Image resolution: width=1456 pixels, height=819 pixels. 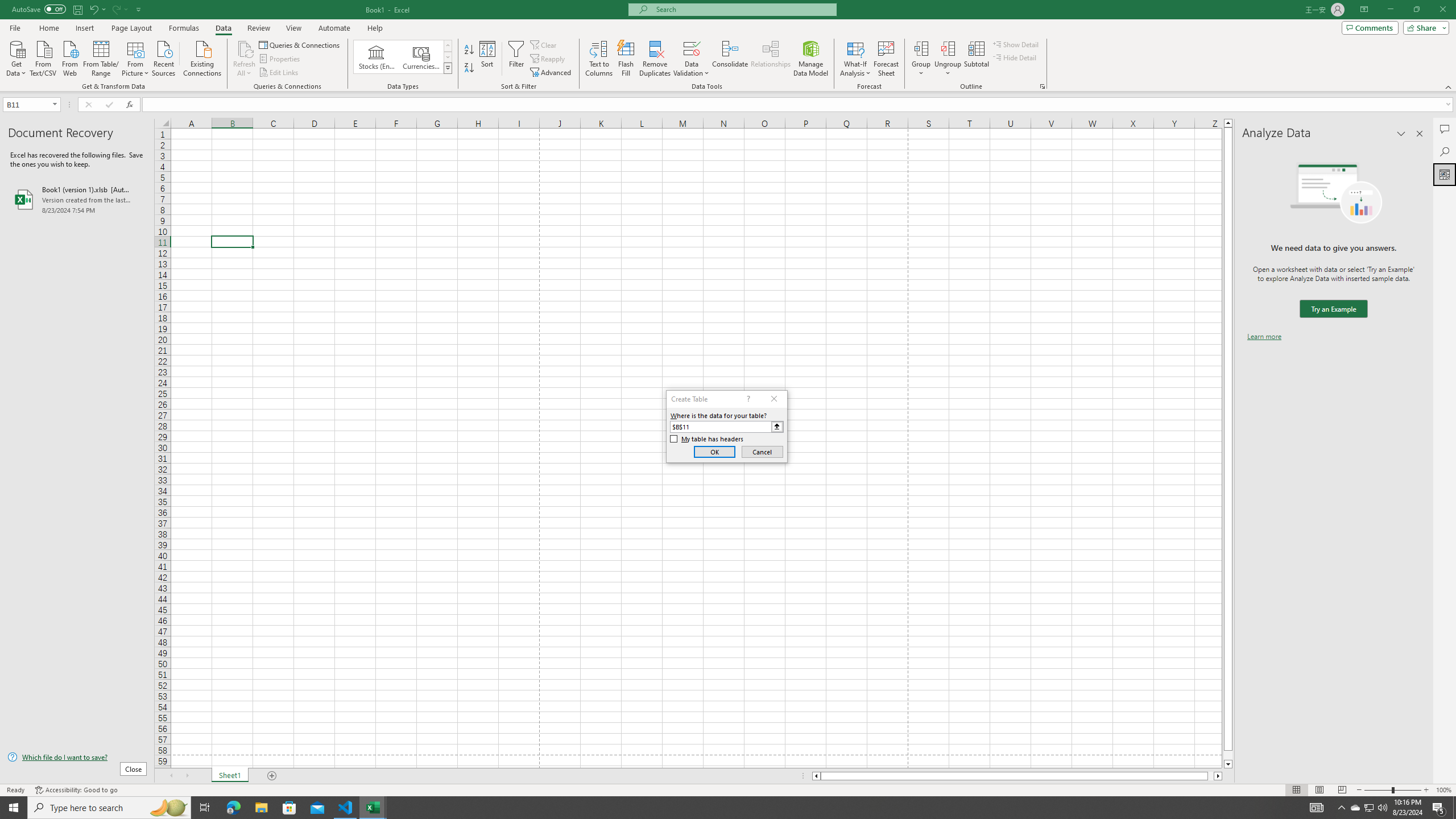 I want to click on 'Insert', so click(x=84, y=28).